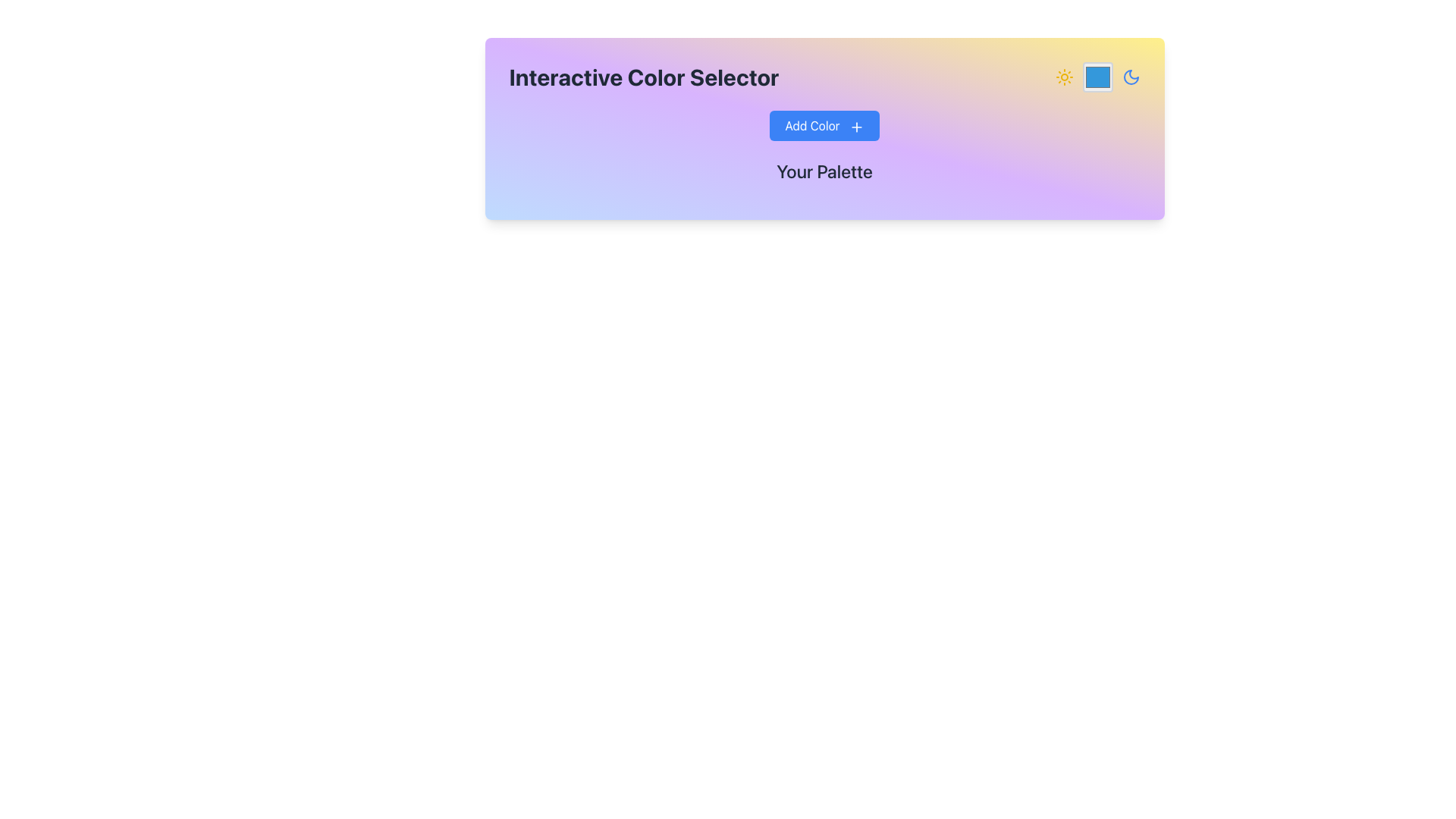 Image resolution: width=1456 pixels, height=819 pixels. I want to click on the sun icon, which is a yellow circular shape with radiating lines, so click(1063, 77).